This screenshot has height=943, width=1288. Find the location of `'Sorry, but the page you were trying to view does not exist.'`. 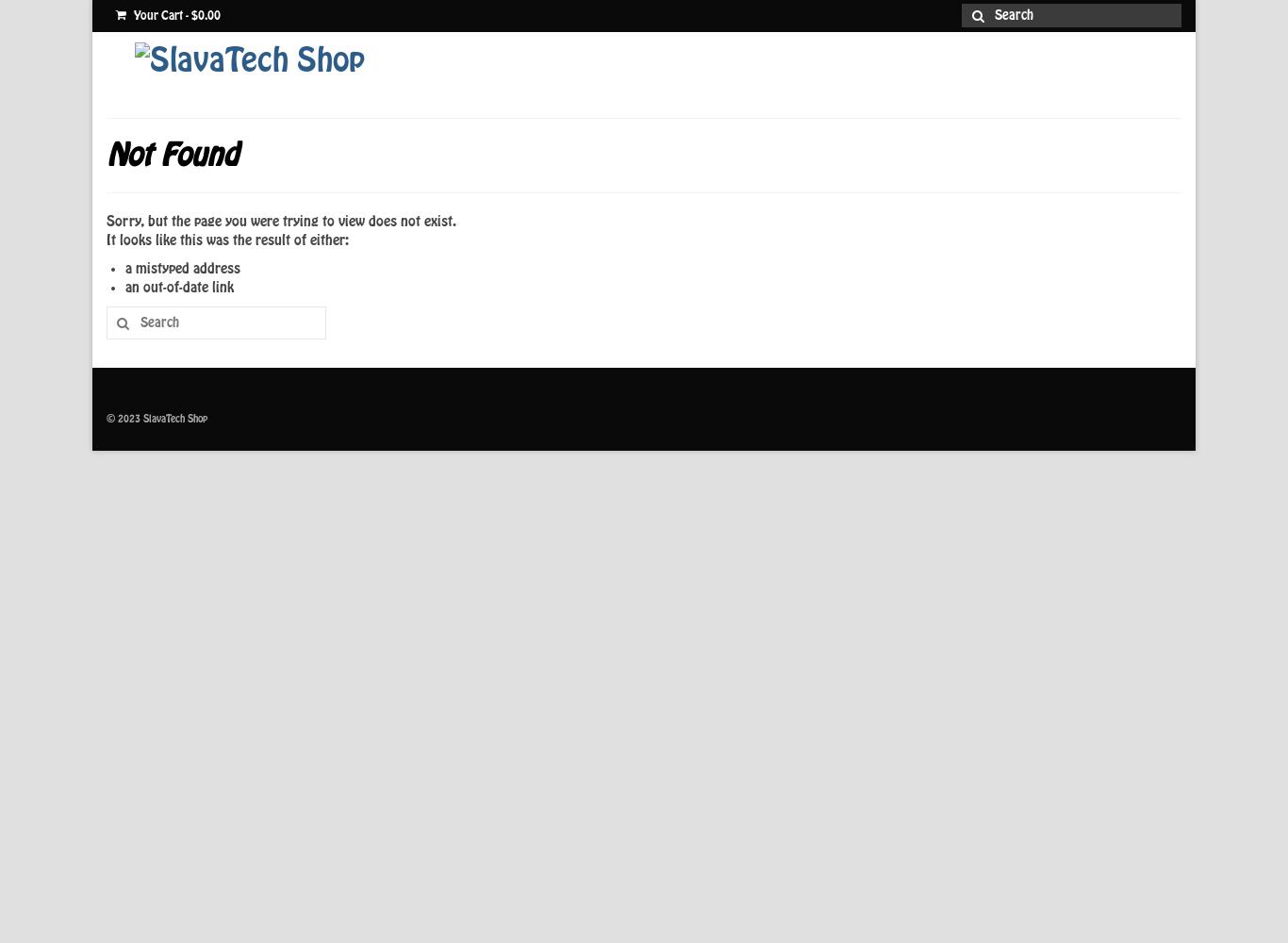

'Sorry, but the page you were trying to view does not exist.' is located at coordinates (106, 221).